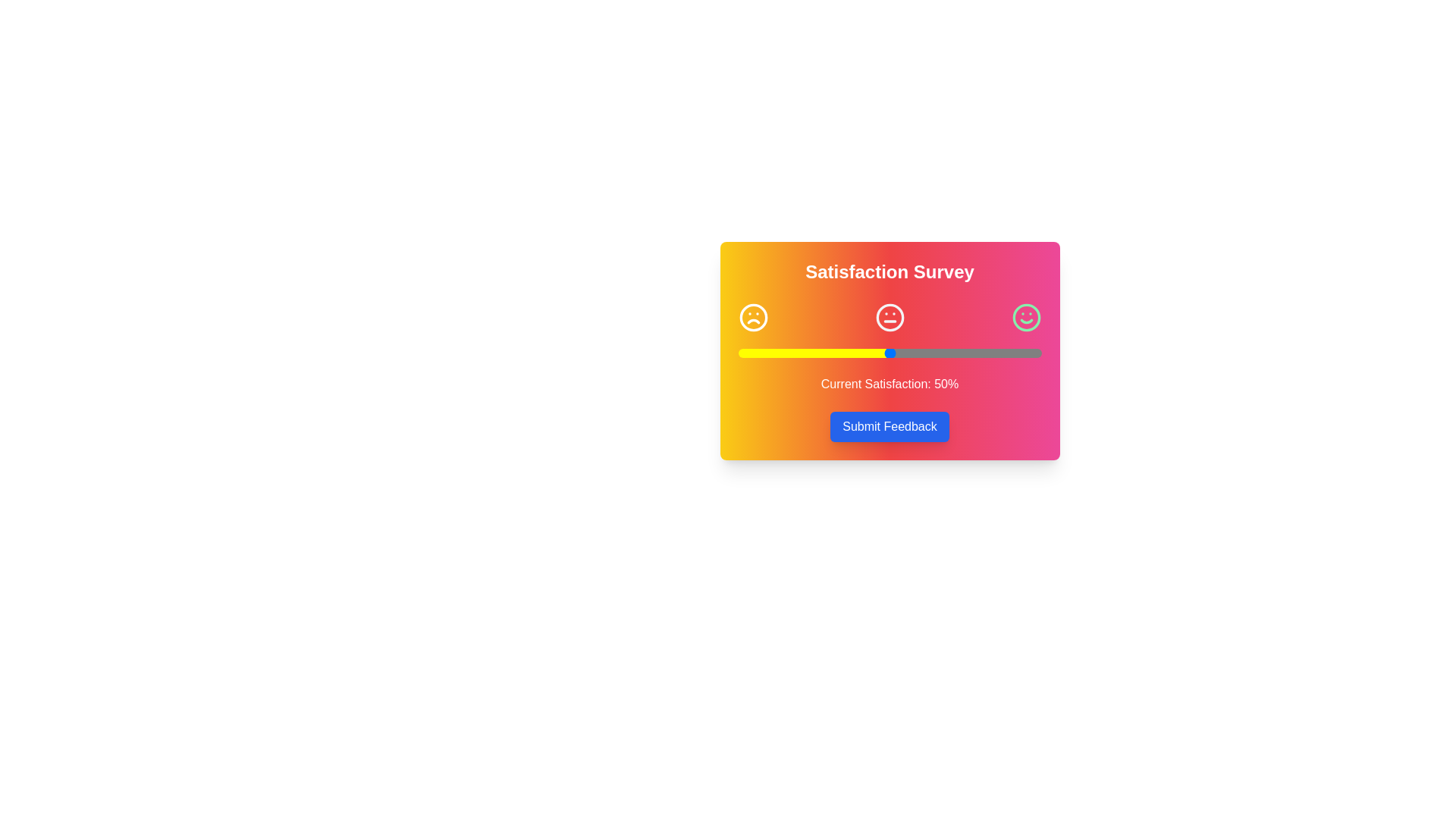 This screenshot has width=1456, height=819. I want to click on the slider to 84% satisfaction, so click(993, 353).